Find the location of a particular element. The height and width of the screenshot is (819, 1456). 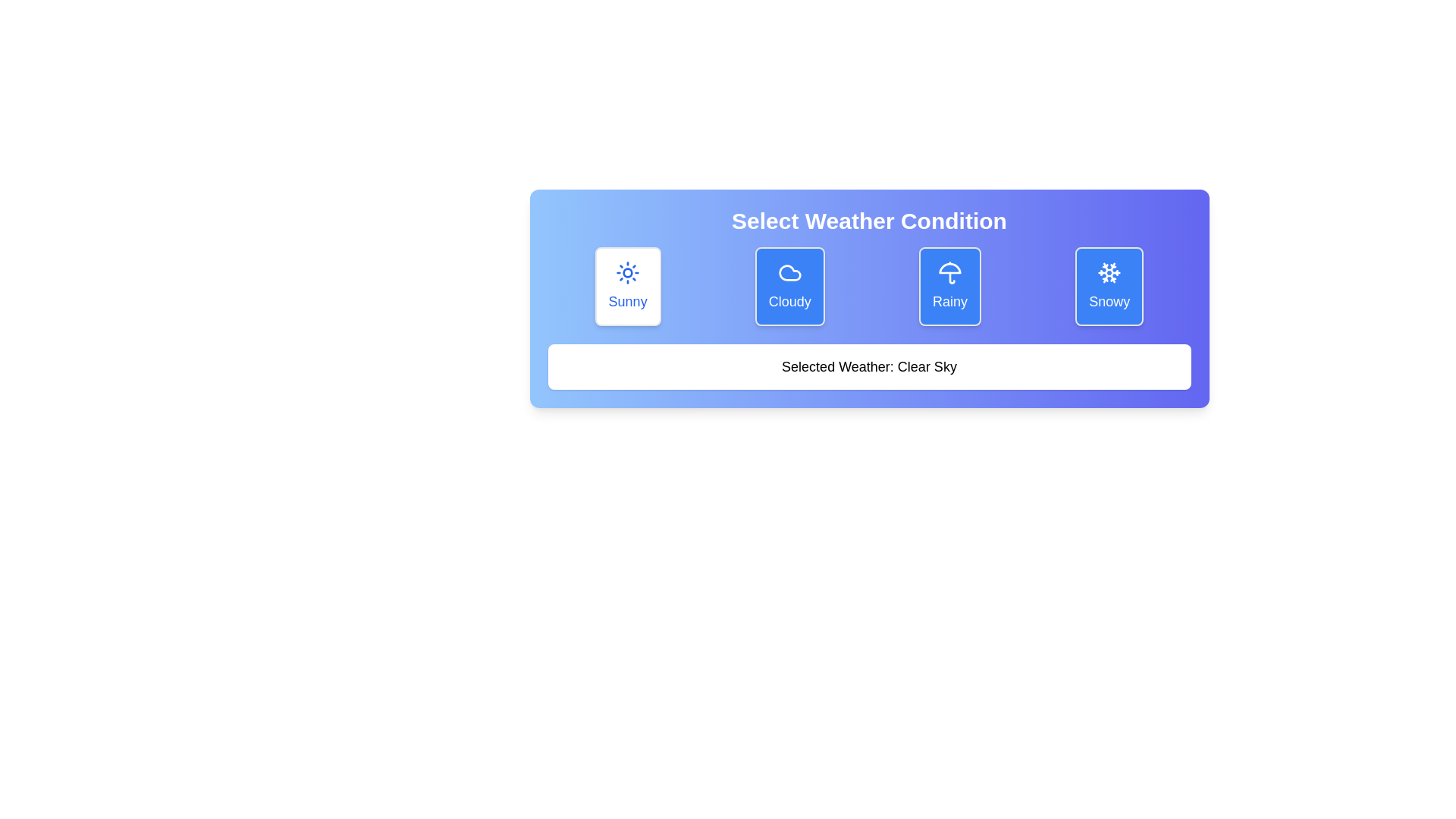

the cloud icon representing the 'Cloudy' weather condition, which is the second item in the weather selection row is located at coordinates (789, 271).